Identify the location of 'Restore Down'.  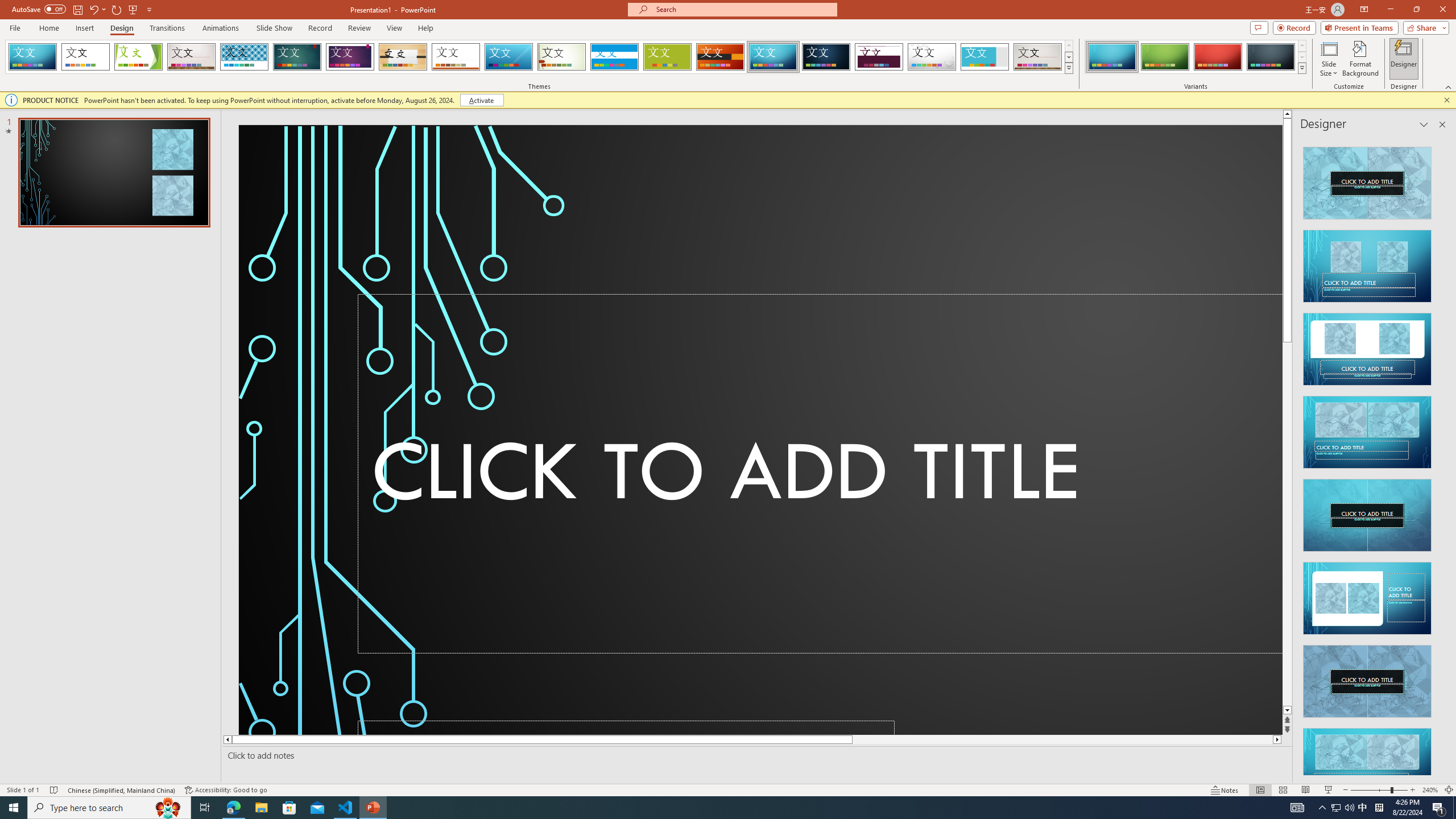
(1416, 9).